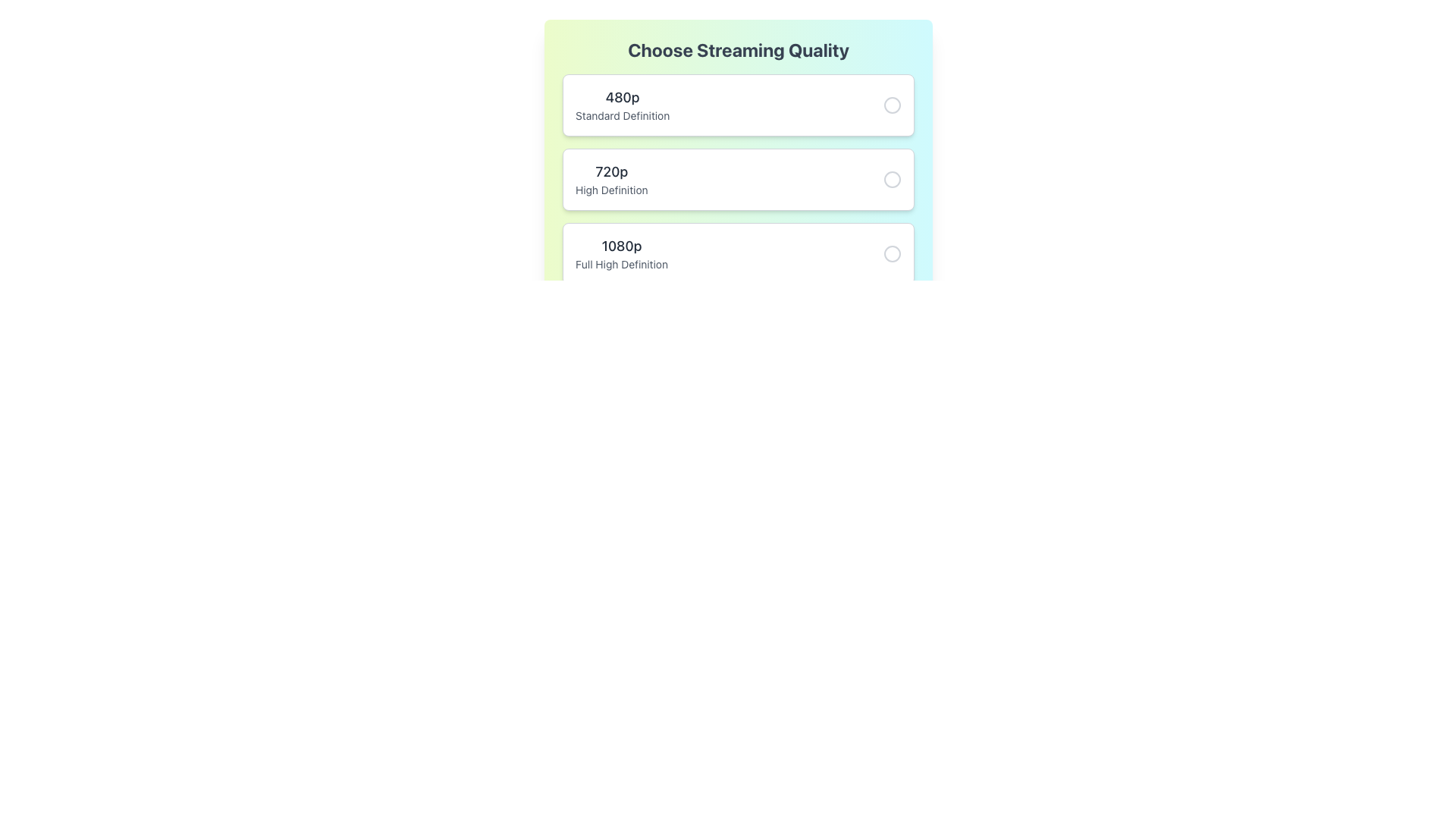 The image size is (1456, 819). What do you see at coordinates (622, 263) in the screenshot?
I see `the text label displaying 'Full High Definition', which is located directly below '1080p' in the streaming quality options` at bounding box center [622, 263].